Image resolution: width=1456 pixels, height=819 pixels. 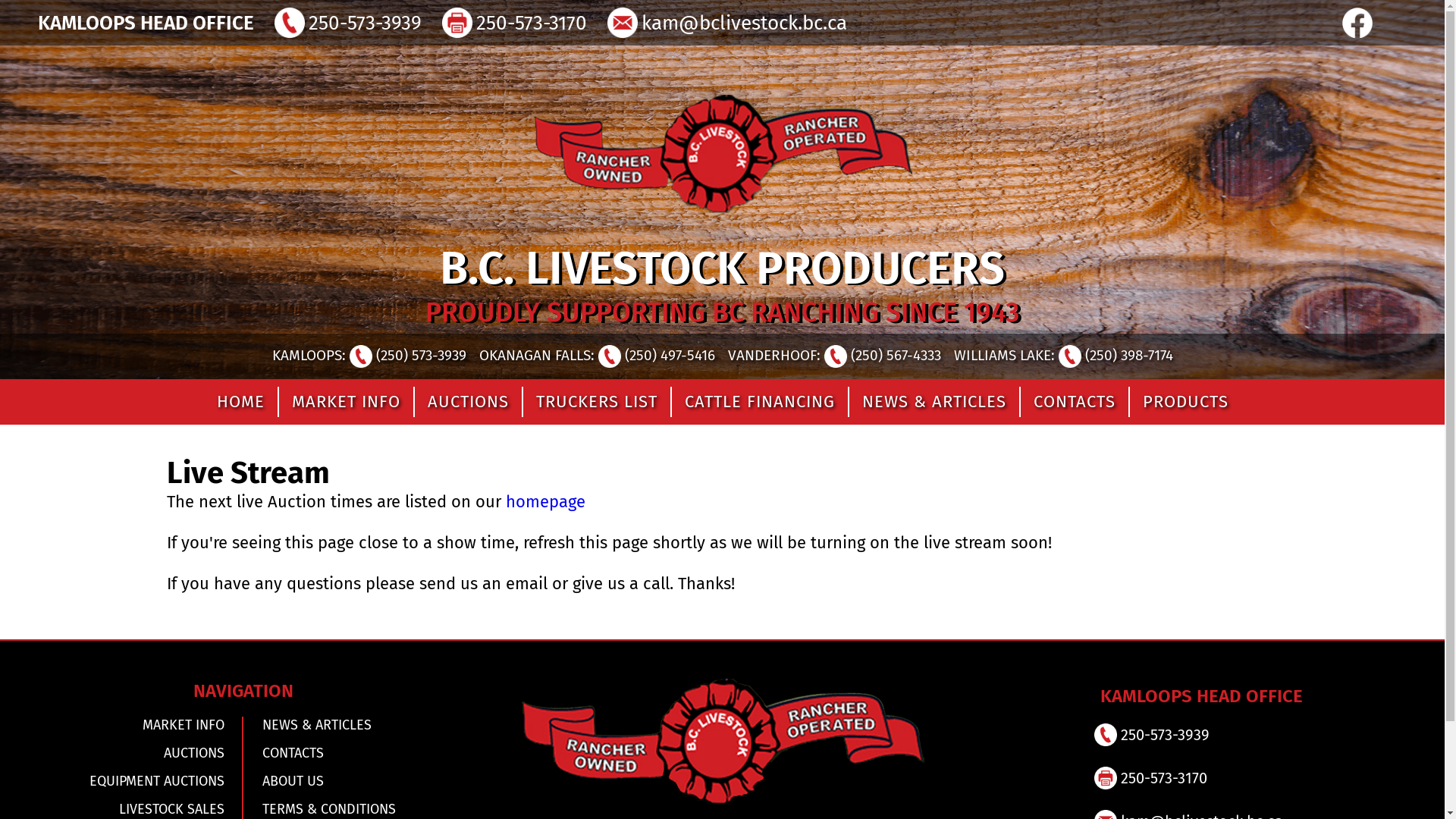 I want to click on 'CATTLE FINANCING', so click(x=759, y=400).